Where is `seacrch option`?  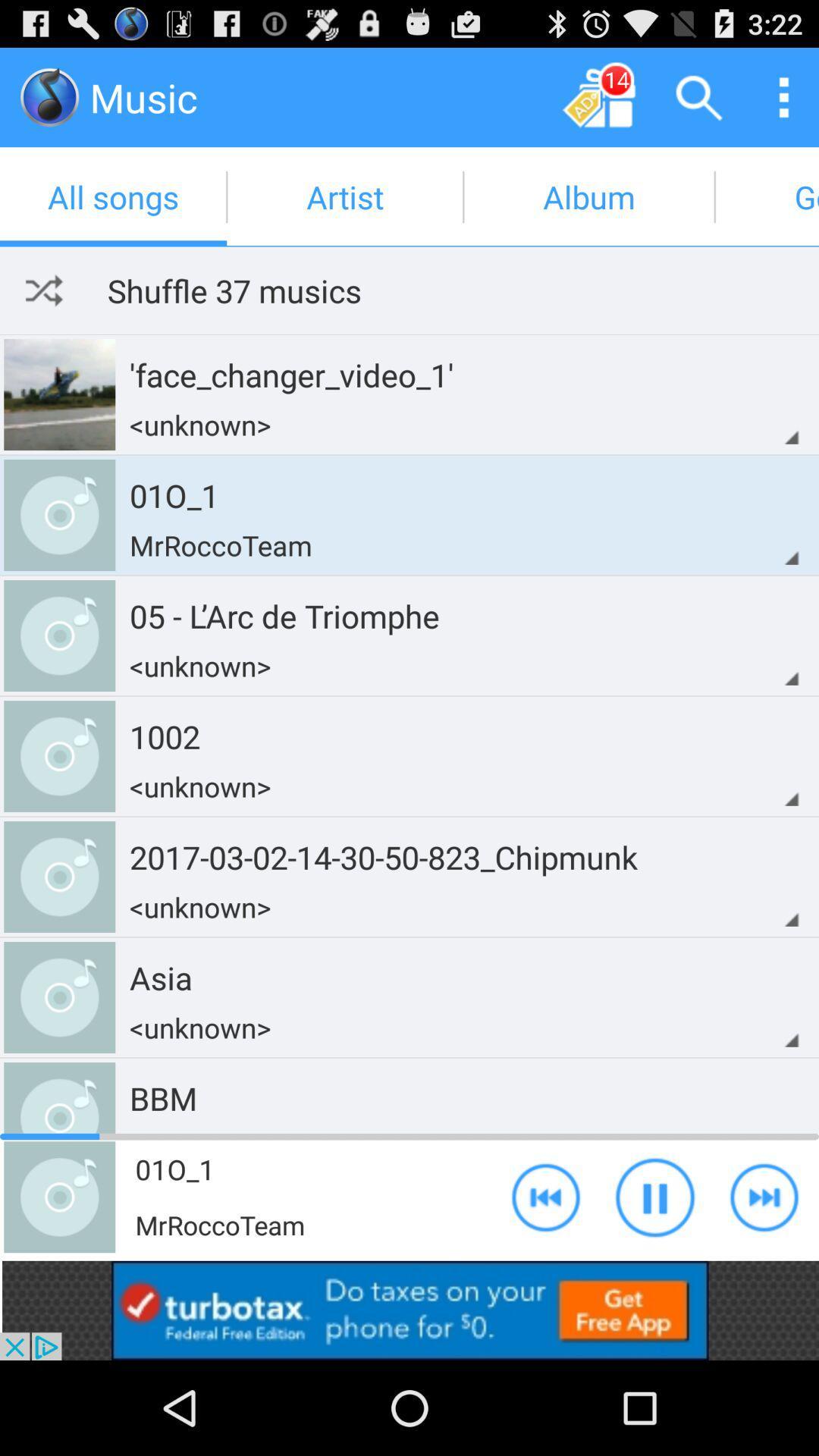
seacrch option is located at coordinates (699, 96).